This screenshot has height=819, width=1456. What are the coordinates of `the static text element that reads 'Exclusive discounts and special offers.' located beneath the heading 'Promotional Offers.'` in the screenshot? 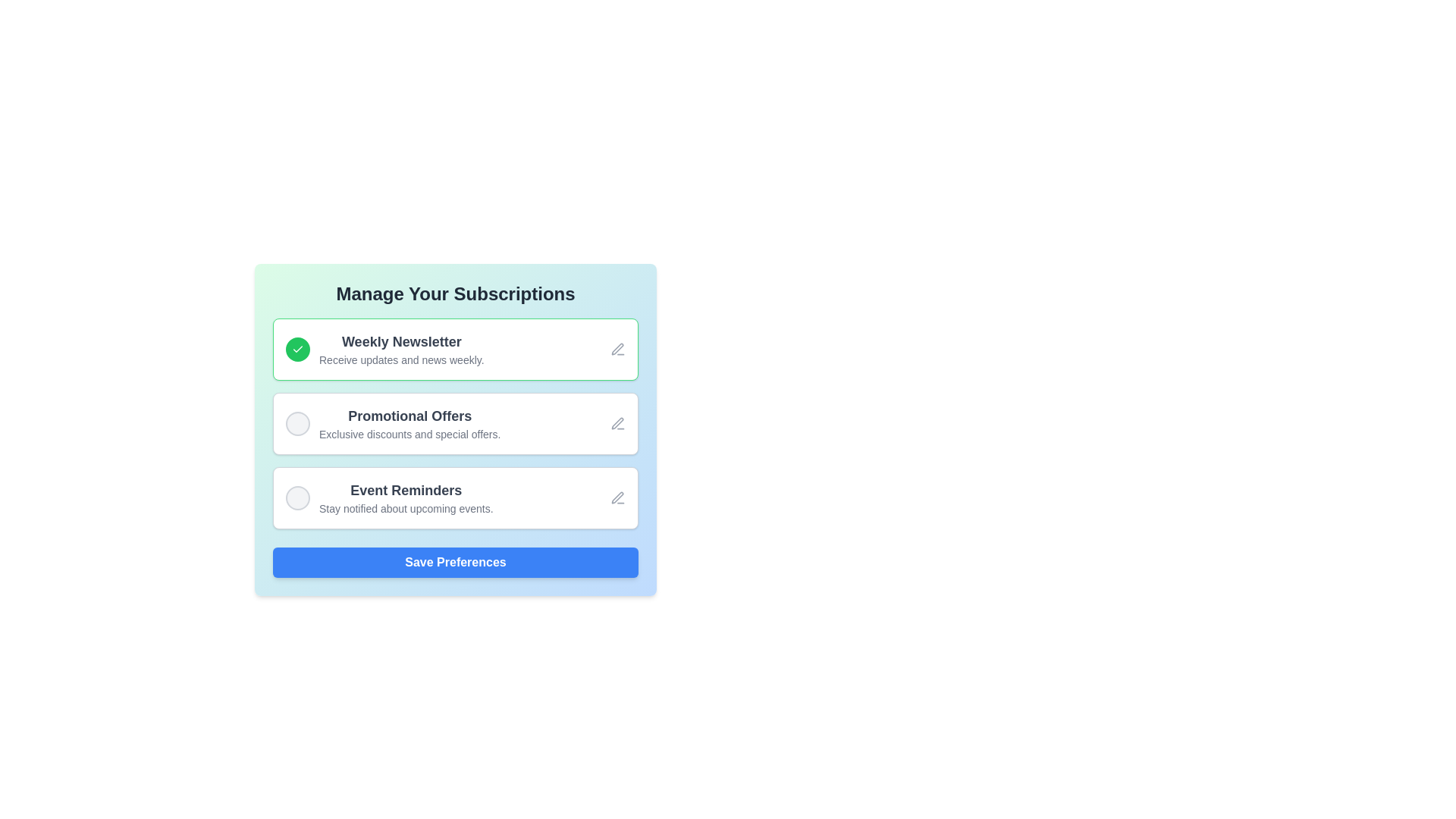 It's located at (409, 435).